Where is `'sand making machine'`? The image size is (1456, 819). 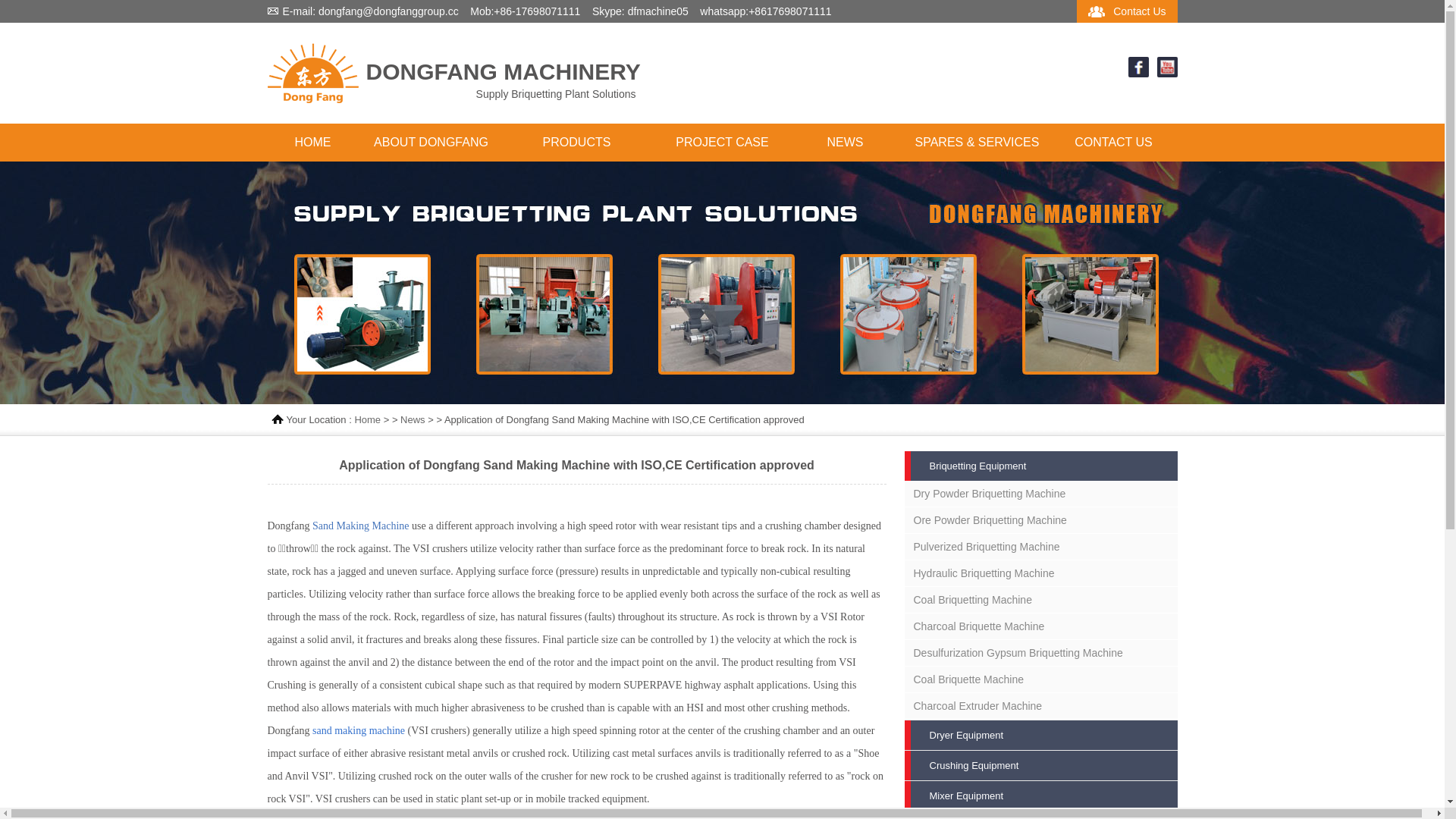 'sand making machine' is located at coordinates (358, 730).